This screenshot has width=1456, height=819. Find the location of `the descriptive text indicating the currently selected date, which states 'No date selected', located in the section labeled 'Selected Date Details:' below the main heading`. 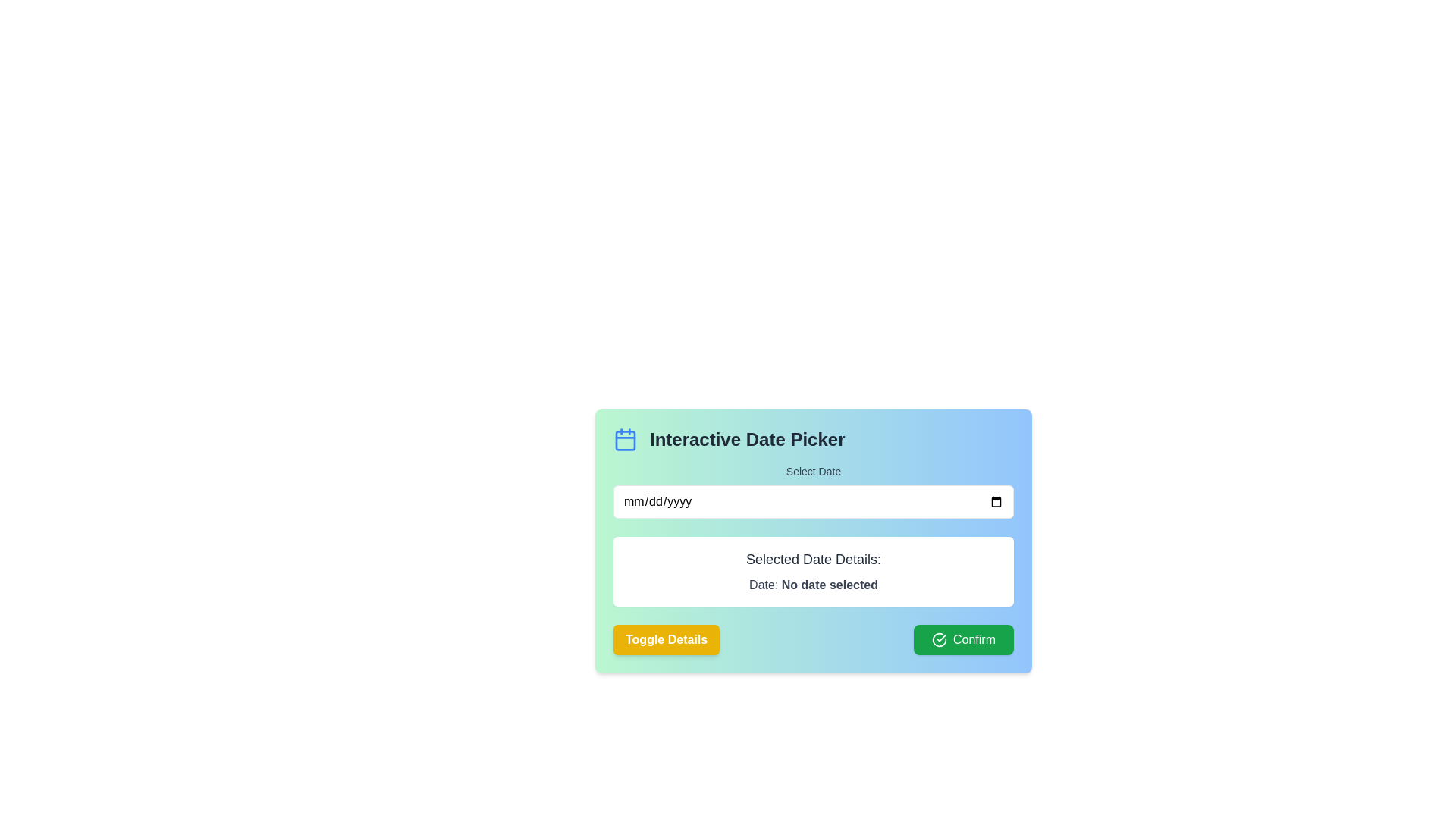

the descriptive text indicating the currently selected date, which states 'No date selected', located in the section labeled 'Selected Date Details:' below the main heading is located at coordinates (813, 584).